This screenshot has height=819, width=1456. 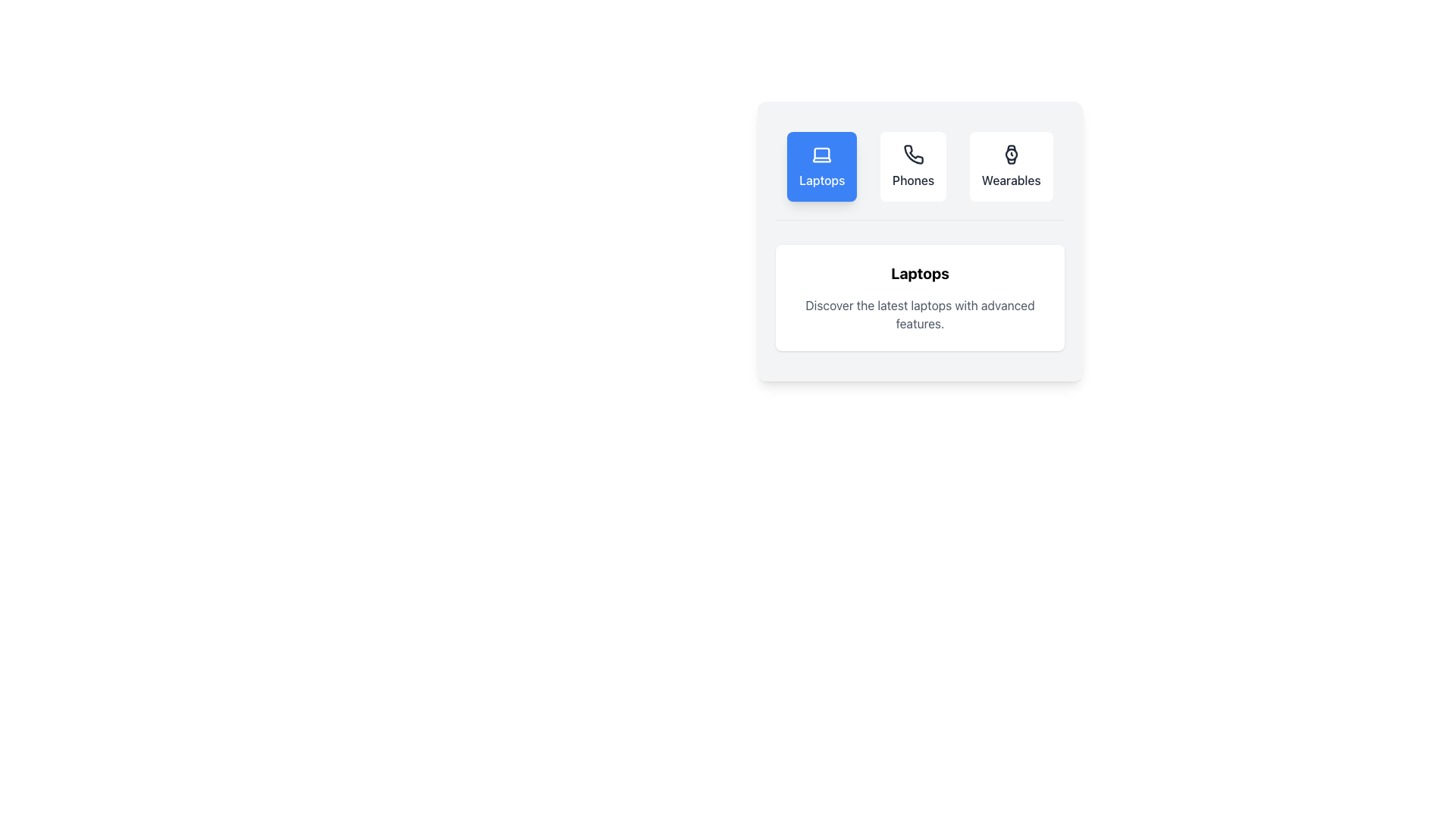 What do you see at coordinates (912, 155) in the screenshot?
I see `the telephony icon located centrally within the 'Phones' button in the second card of a three-card sequence` at bounding box center [912, 155].